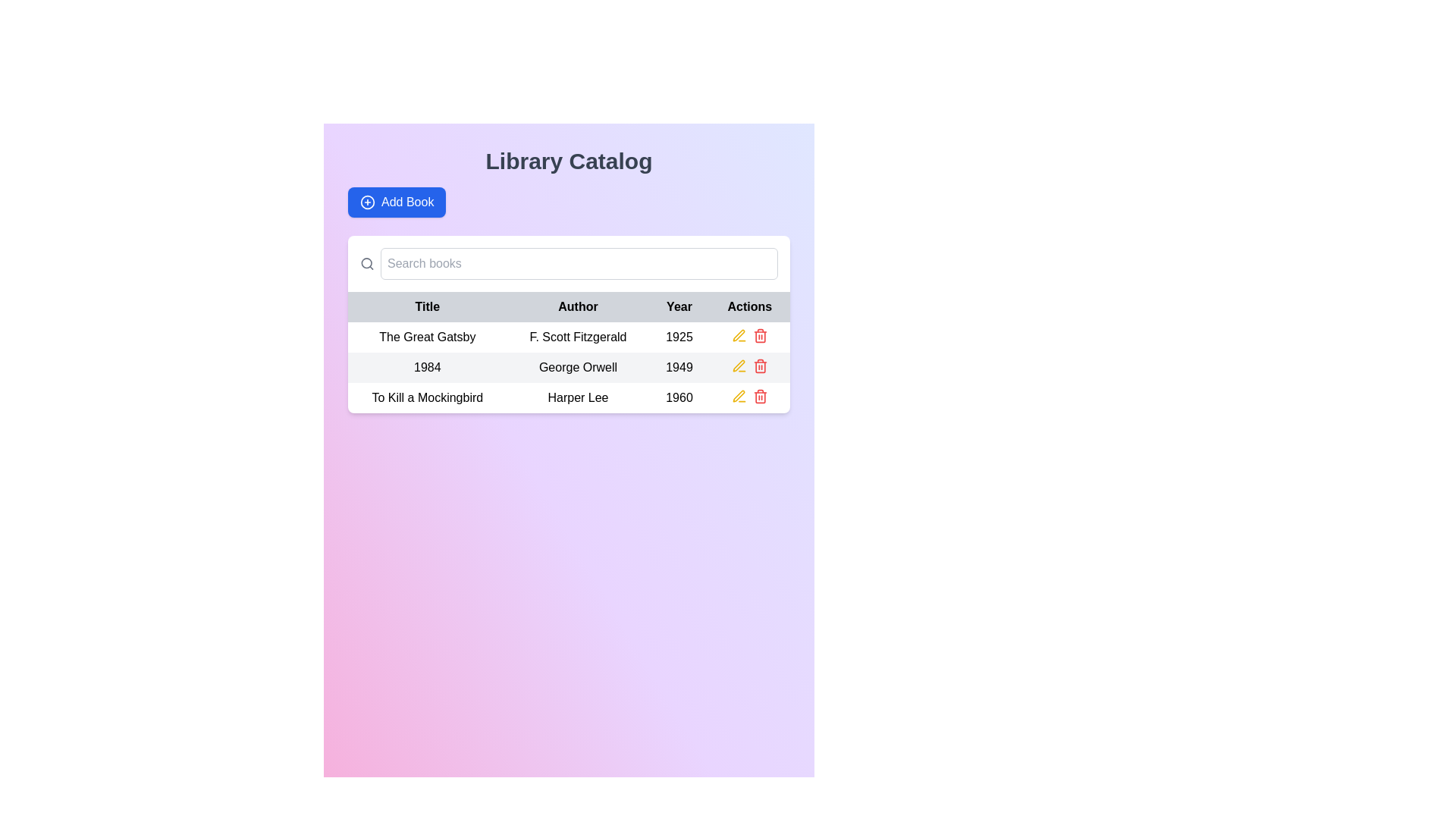 This screenshot has height=819, width=1456. What do you see at coordinates (679, 307) in the screenshot?
I see `the 'Year' column header label, which categorizes the data below it under the 'Year' attribute in the table` at bounding box center [679, 307].